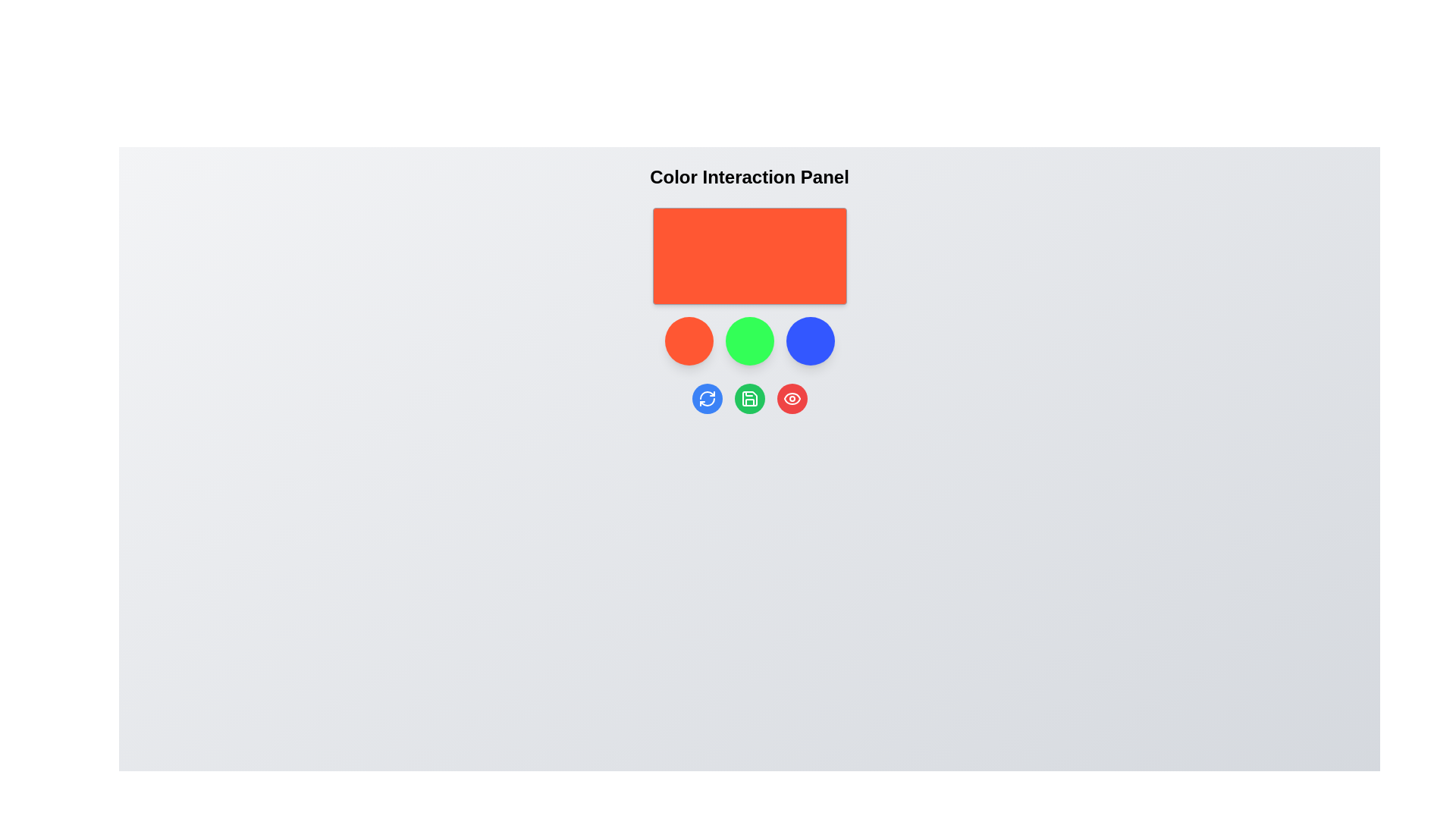 This screenshot has width=1456, height=819. What do you see at coordinates (749, 341) in the screenshot?
I see `the bright green circular button located centrally between the red circular button and the blue circular button, positioned below a rectangular red panel` at bounding box center [749, 341].